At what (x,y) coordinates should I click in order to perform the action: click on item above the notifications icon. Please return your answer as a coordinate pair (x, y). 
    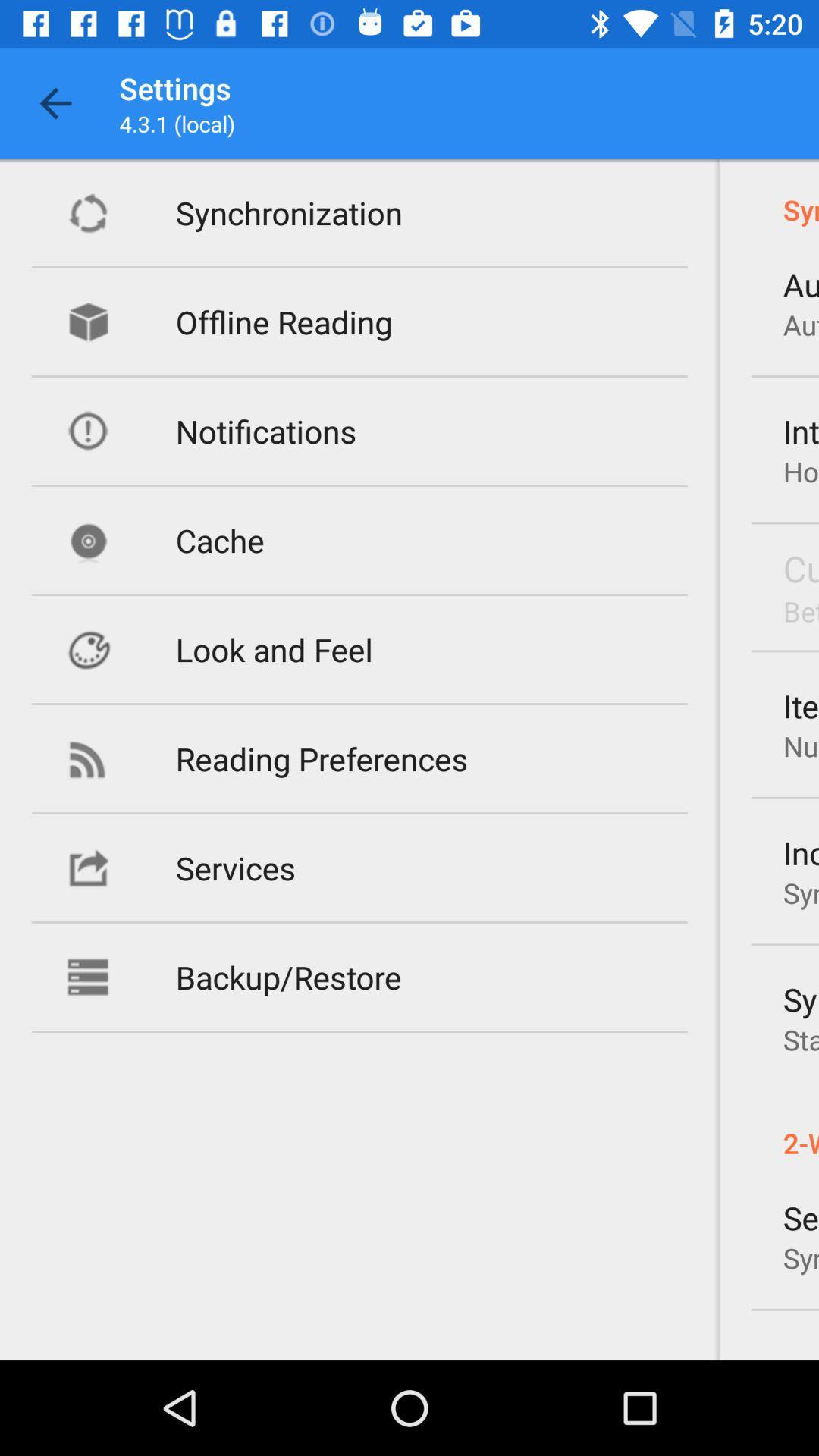
    Looking at the image, I should click on (284, 321).